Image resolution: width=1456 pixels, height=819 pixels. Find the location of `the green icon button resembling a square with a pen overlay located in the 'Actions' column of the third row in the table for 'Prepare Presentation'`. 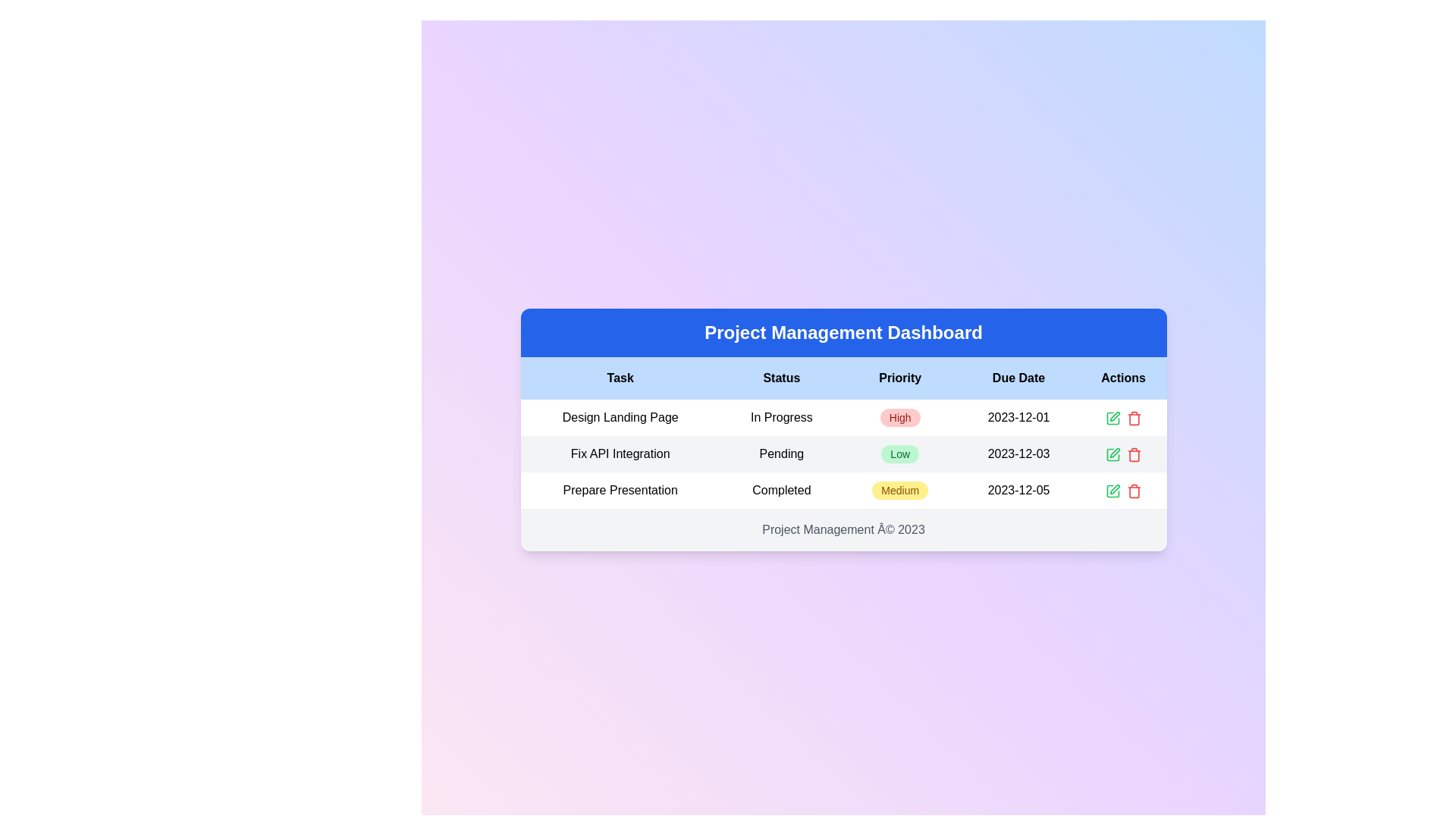

the green icon button resembling a square with a pen overlay located in the 'Actions' column of the third row in the table for 'Prepare Presentation' is located at coordinates (1112, 491).